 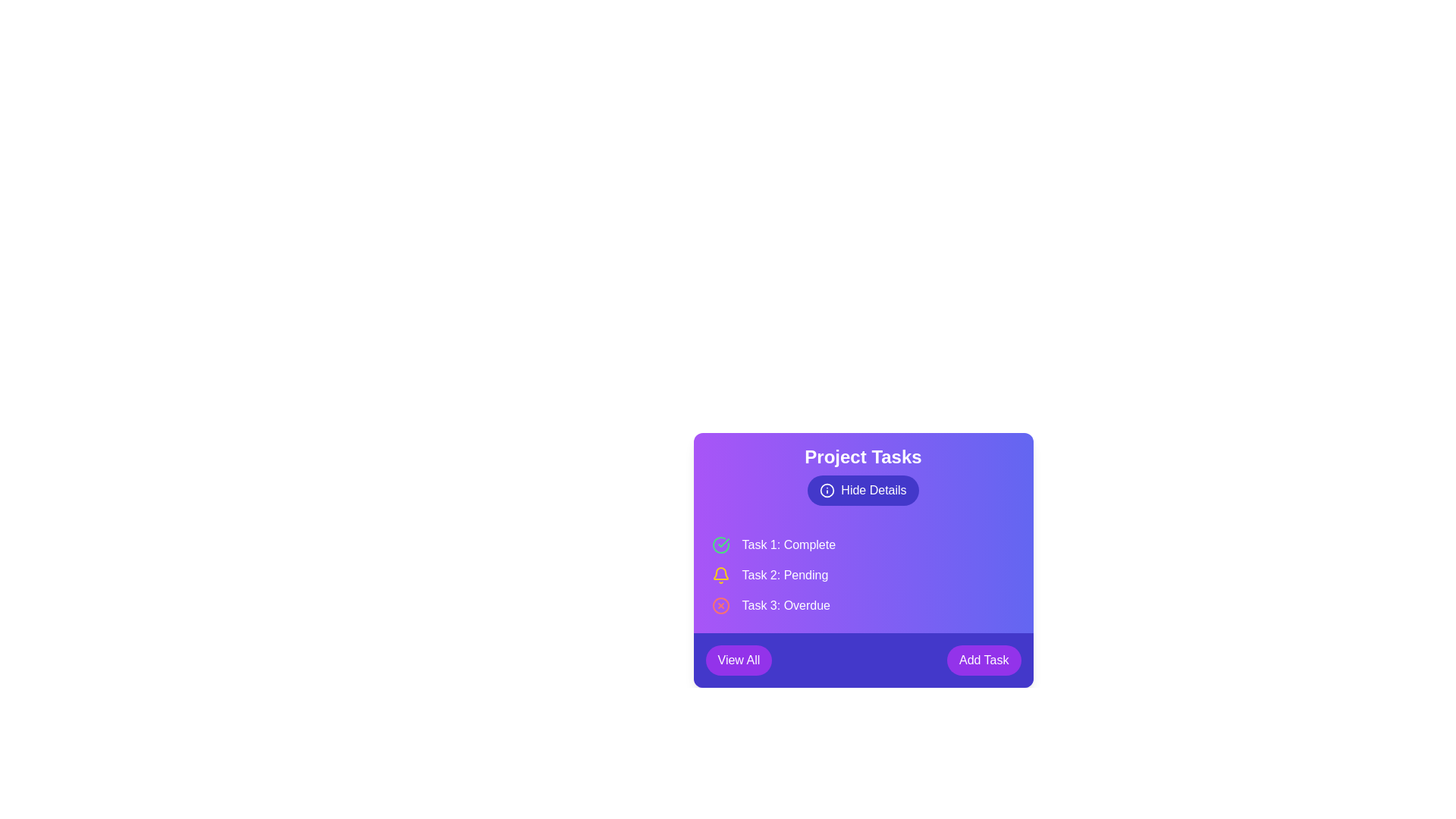 What do you see at coordinates (984, 660) in the screenshot?
I see `the 'Add Task' button located at the bottom-right corner of the panel` at bounding box center [984, 660].